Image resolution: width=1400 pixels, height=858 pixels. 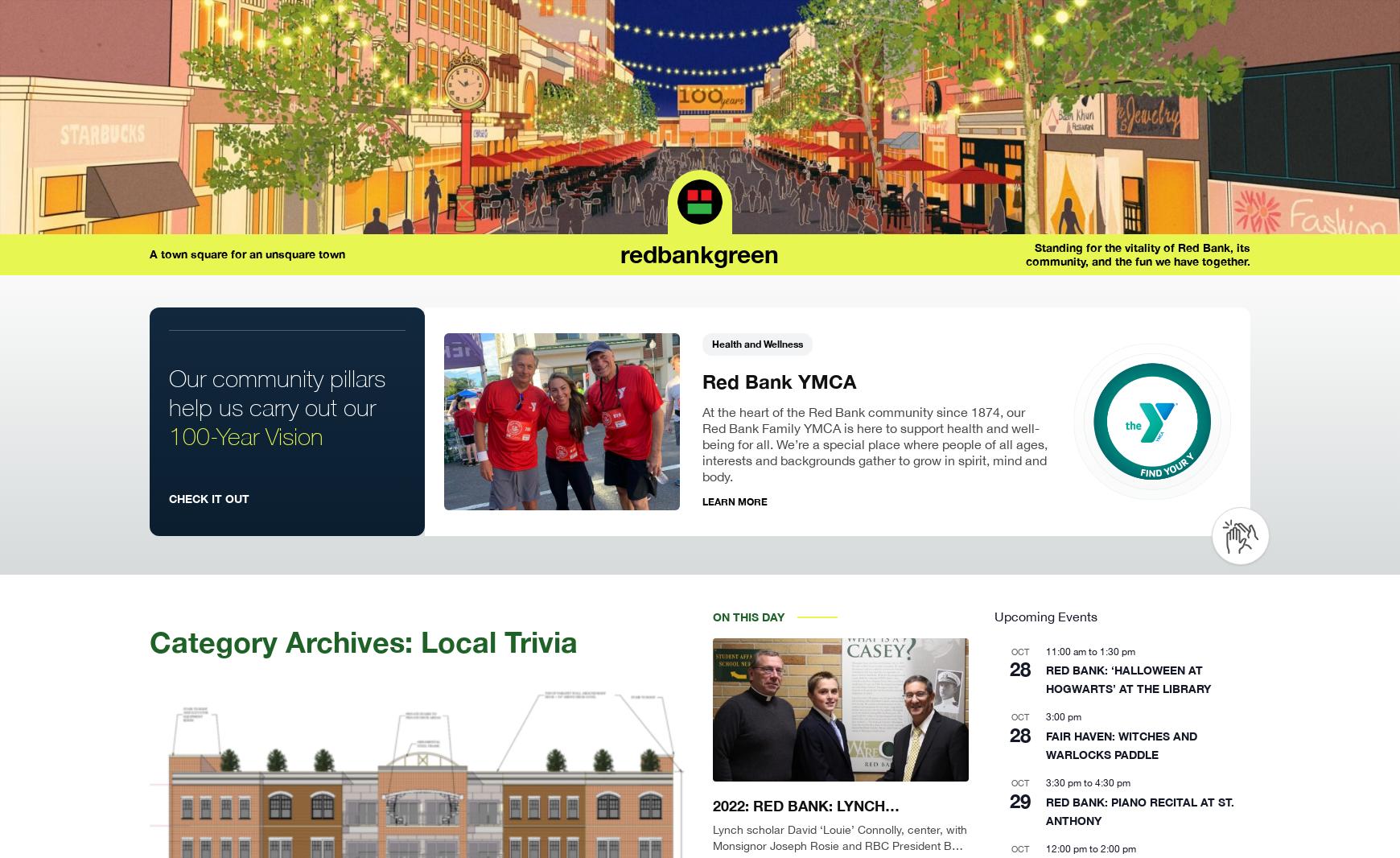 What do you see at coordinates (247, 254) in the screenshot?
I see `'A town square for an unsquare town'` at bounding box center [247, 254].